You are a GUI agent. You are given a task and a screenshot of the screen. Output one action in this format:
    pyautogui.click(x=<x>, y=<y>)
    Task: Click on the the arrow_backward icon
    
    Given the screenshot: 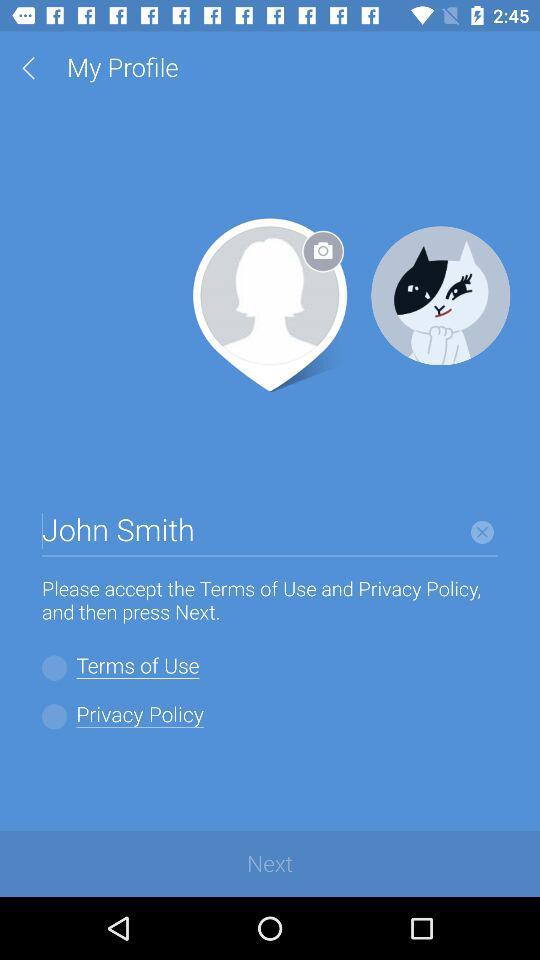 What is the action you would take?
    pyautogui.click(x=35, y=68)
    